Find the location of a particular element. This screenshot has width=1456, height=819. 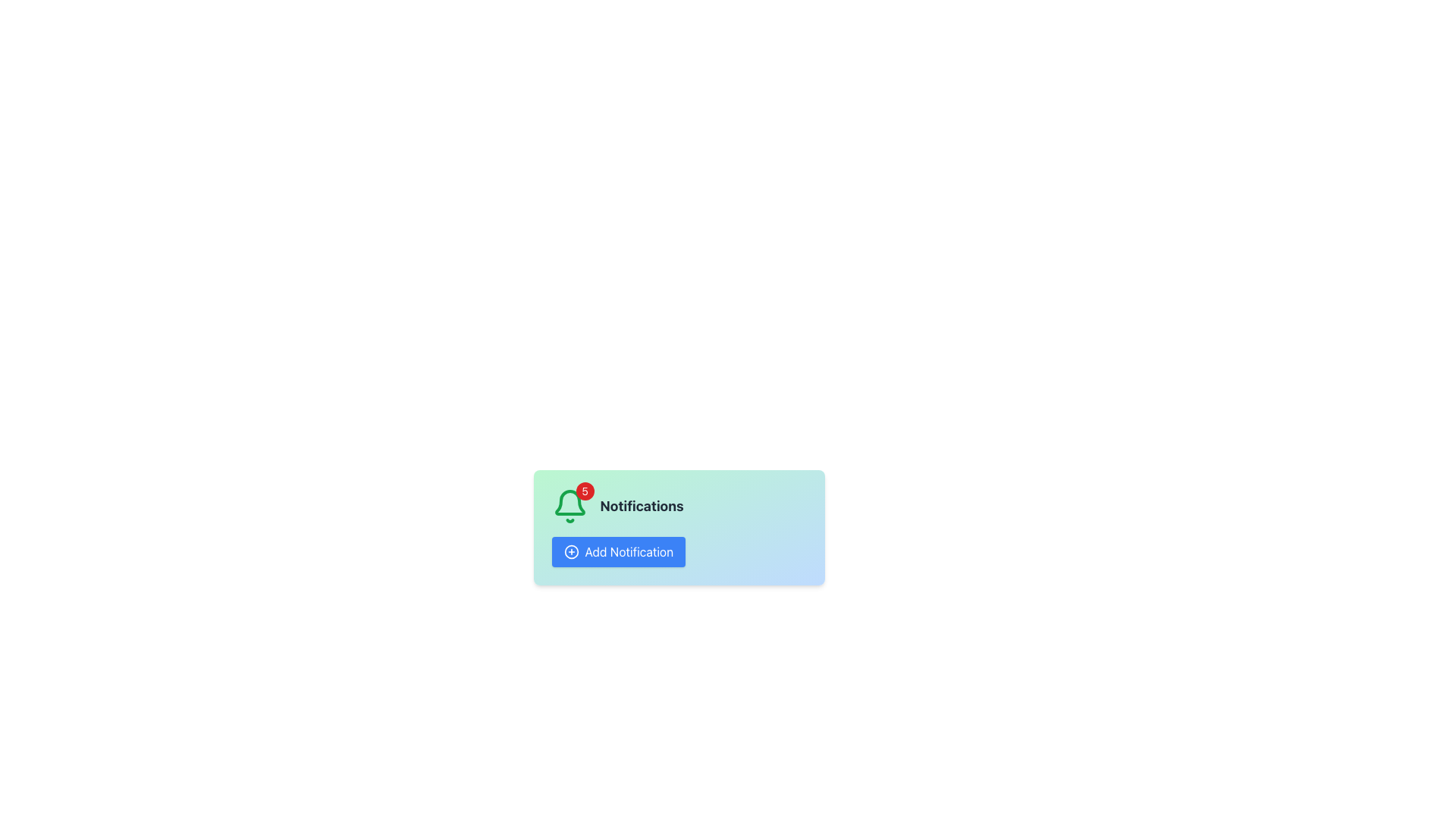

displayed number '5' from the small circular badge with a bright red background located at the top-right corner of the green notification bell icon is located at coordinates (584, 491).